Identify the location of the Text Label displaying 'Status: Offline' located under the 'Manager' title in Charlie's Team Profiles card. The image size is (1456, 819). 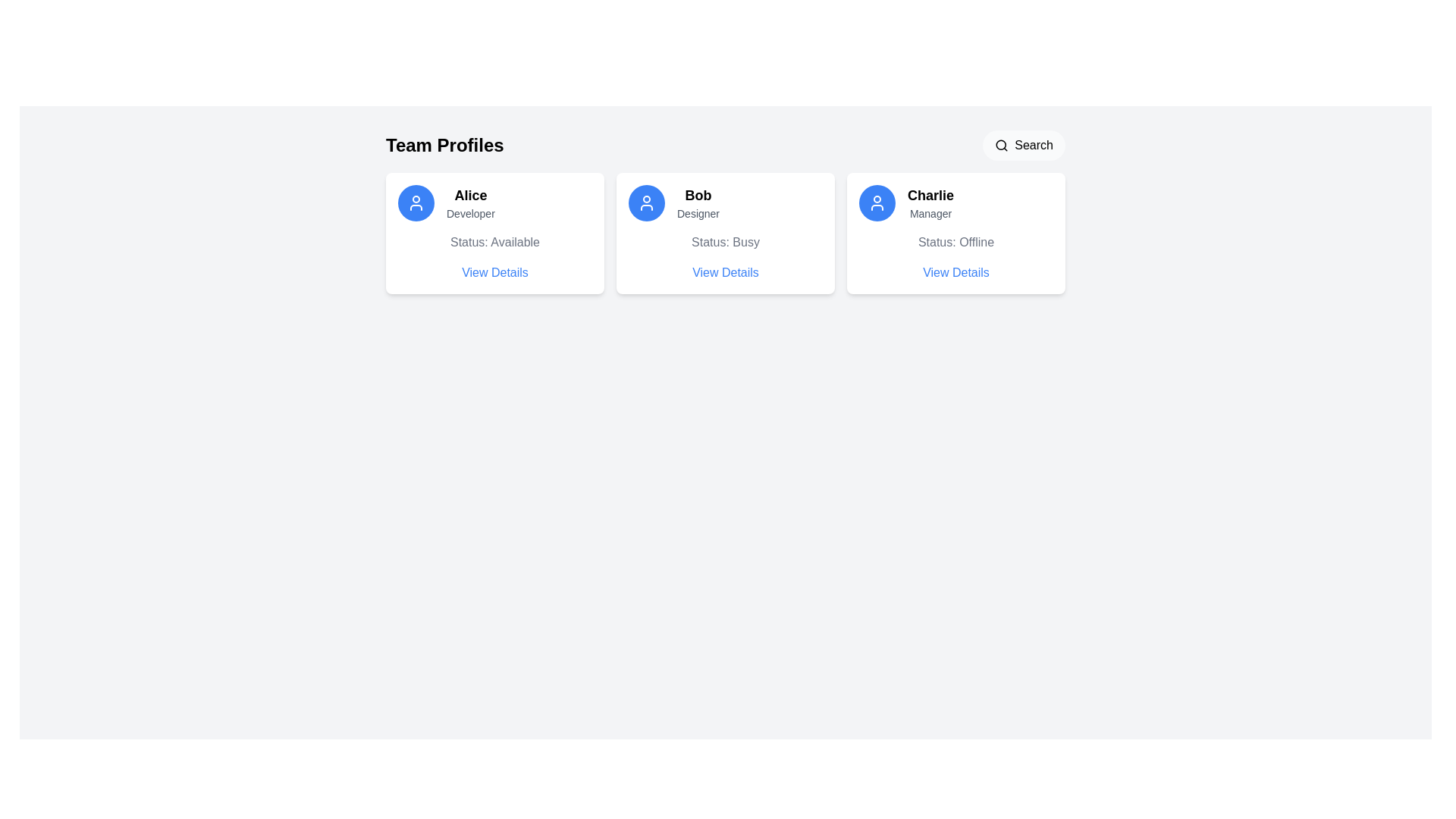
(955, 242).